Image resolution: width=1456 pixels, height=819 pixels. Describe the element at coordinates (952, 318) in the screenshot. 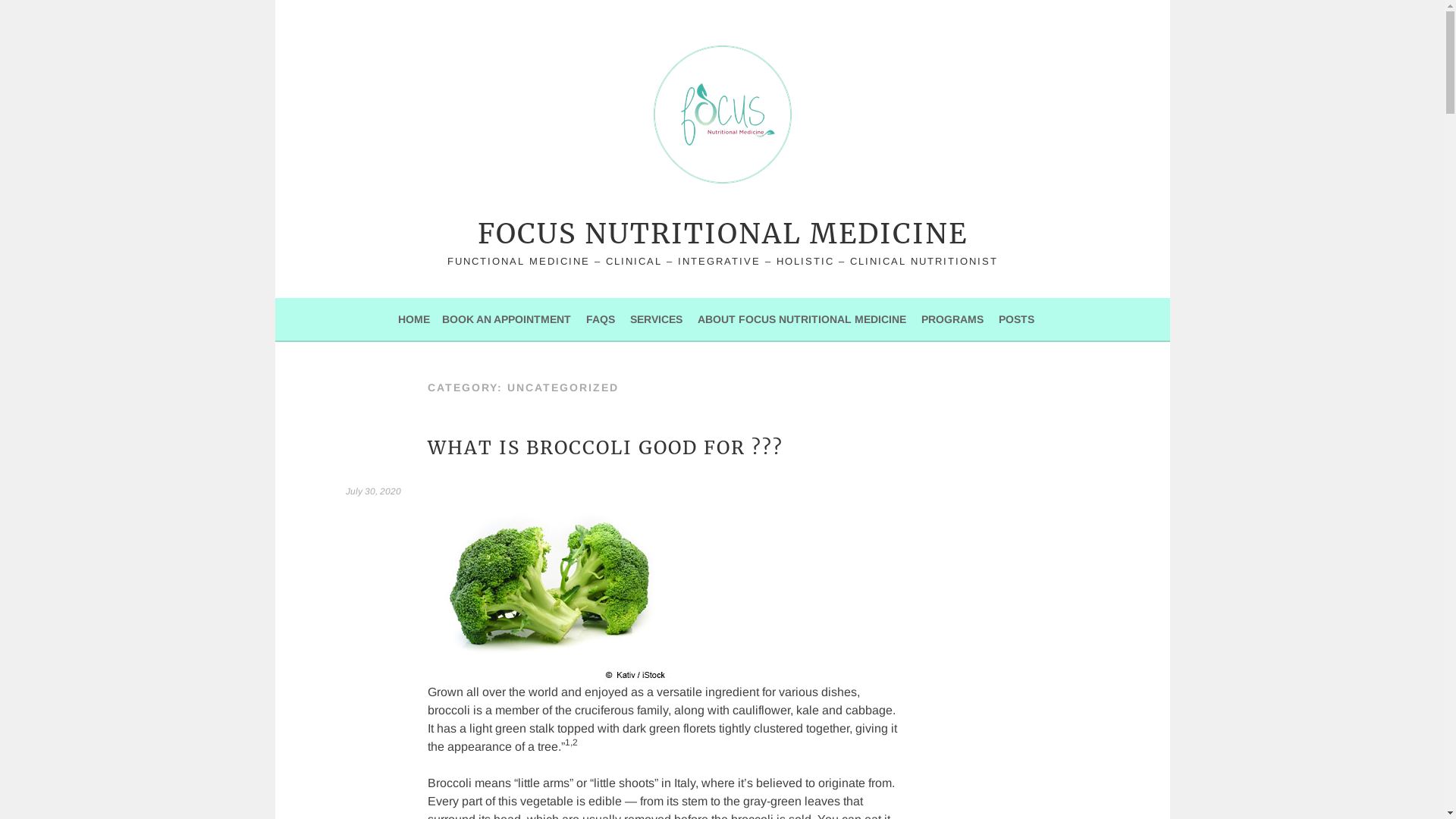

I see `'PROGRAMS'` at that location.